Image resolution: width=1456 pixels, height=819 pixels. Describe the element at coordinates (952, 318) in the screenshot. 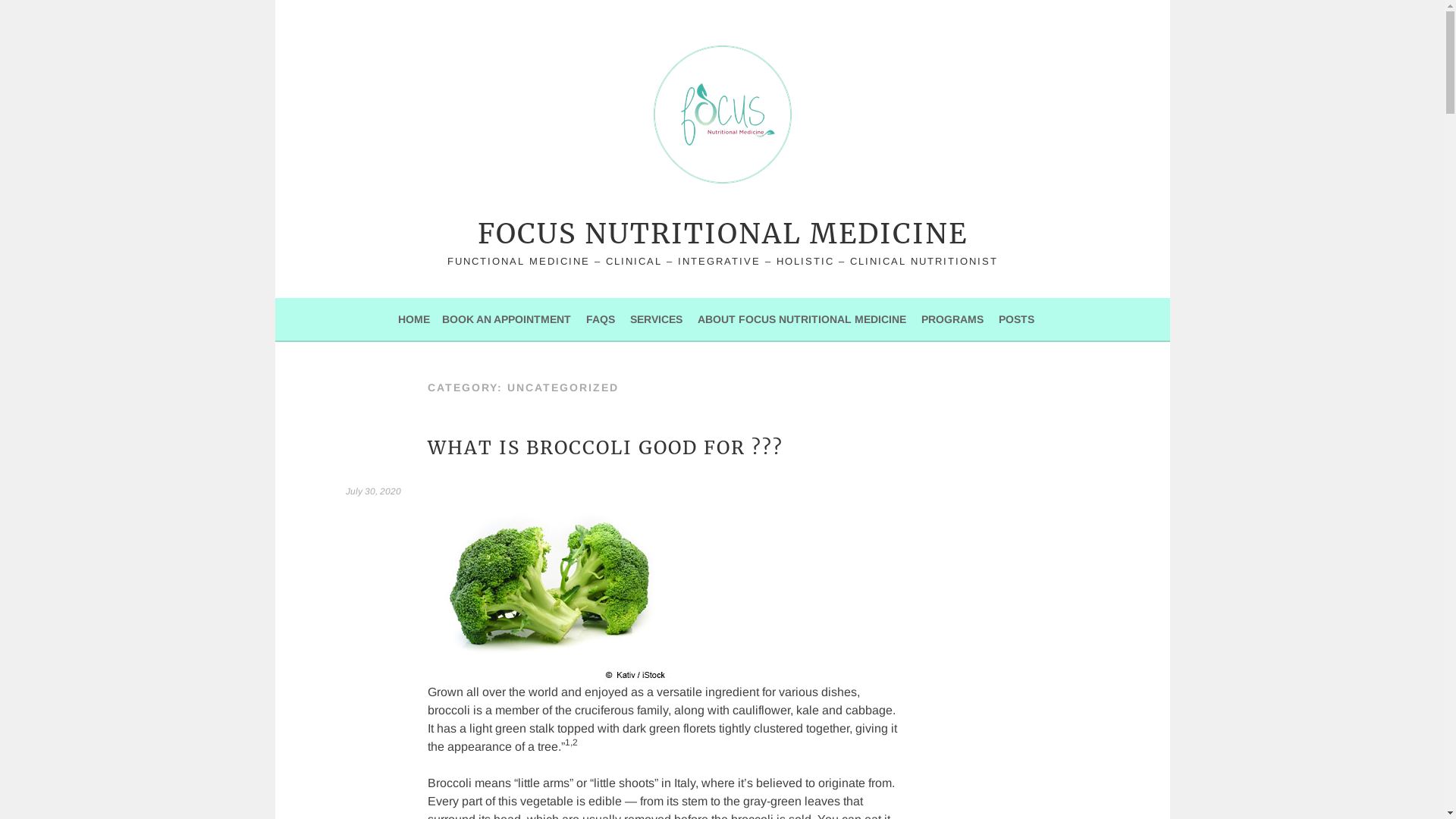

I see `'PROGRAMS'` at that location.